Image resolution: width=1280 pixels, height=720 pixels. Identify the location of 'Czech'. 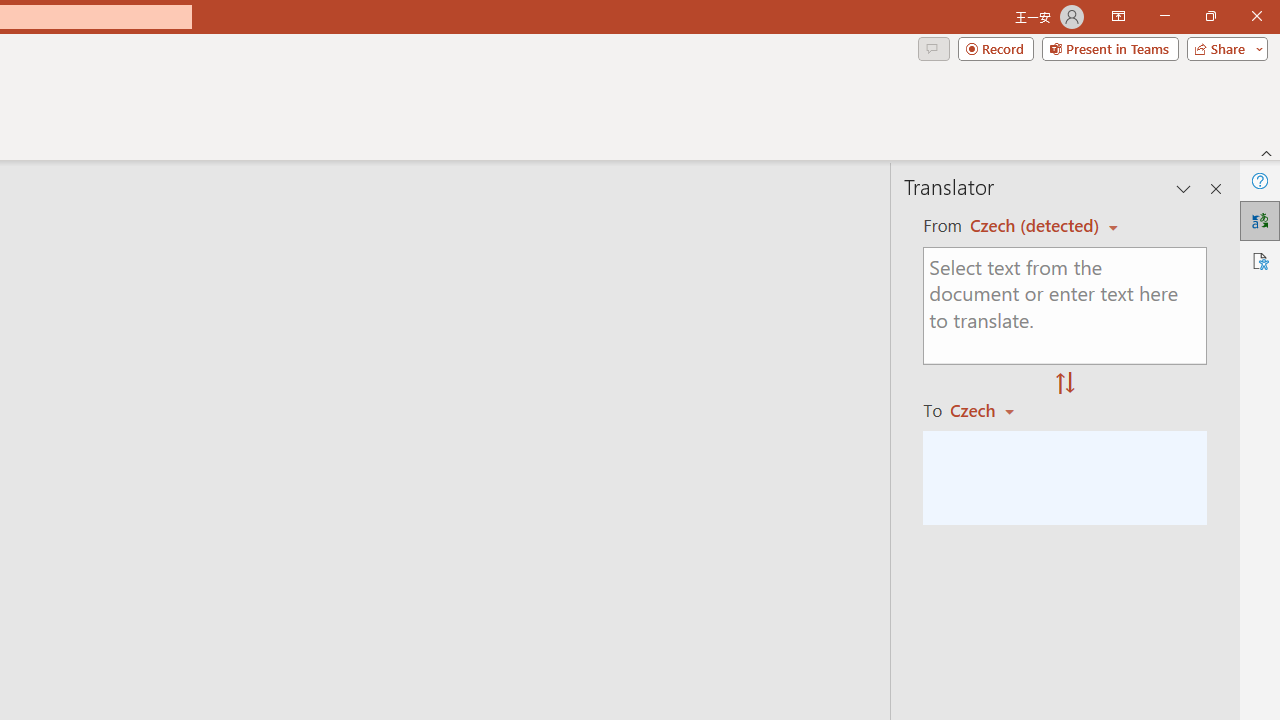
(991, 409).